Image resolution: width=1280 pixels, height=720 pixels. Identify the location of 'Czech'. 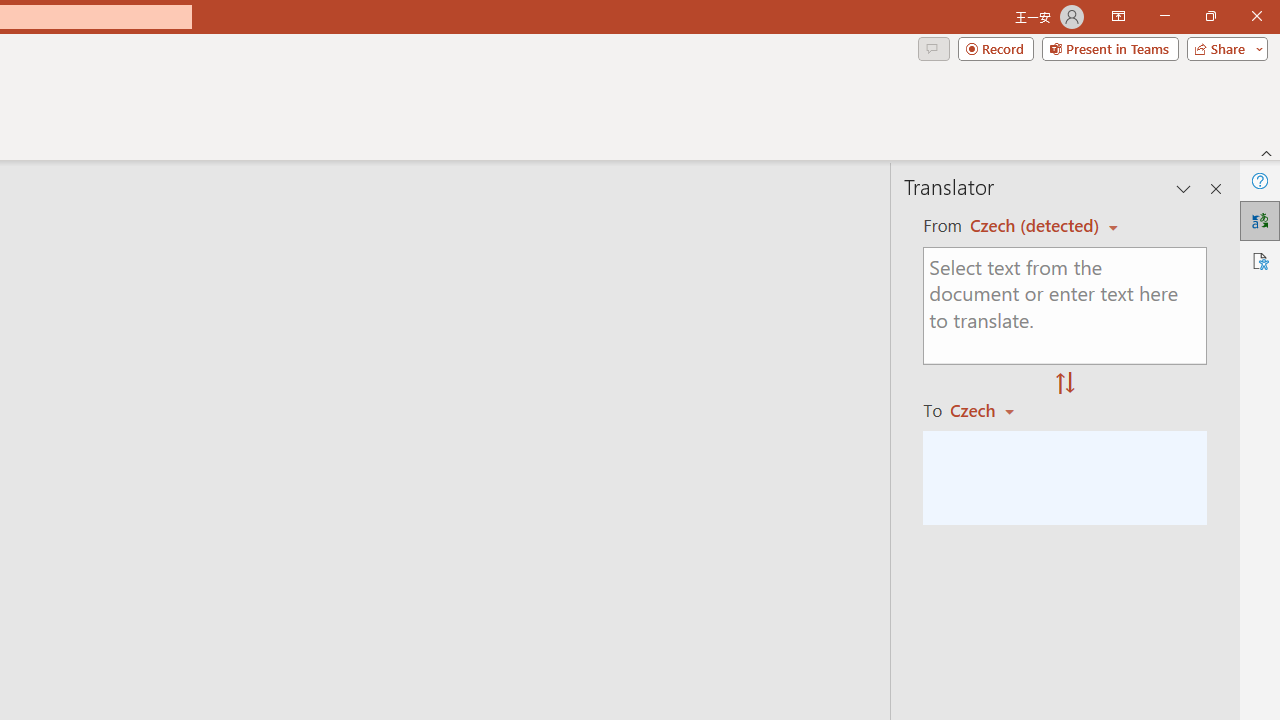
(991, 409).